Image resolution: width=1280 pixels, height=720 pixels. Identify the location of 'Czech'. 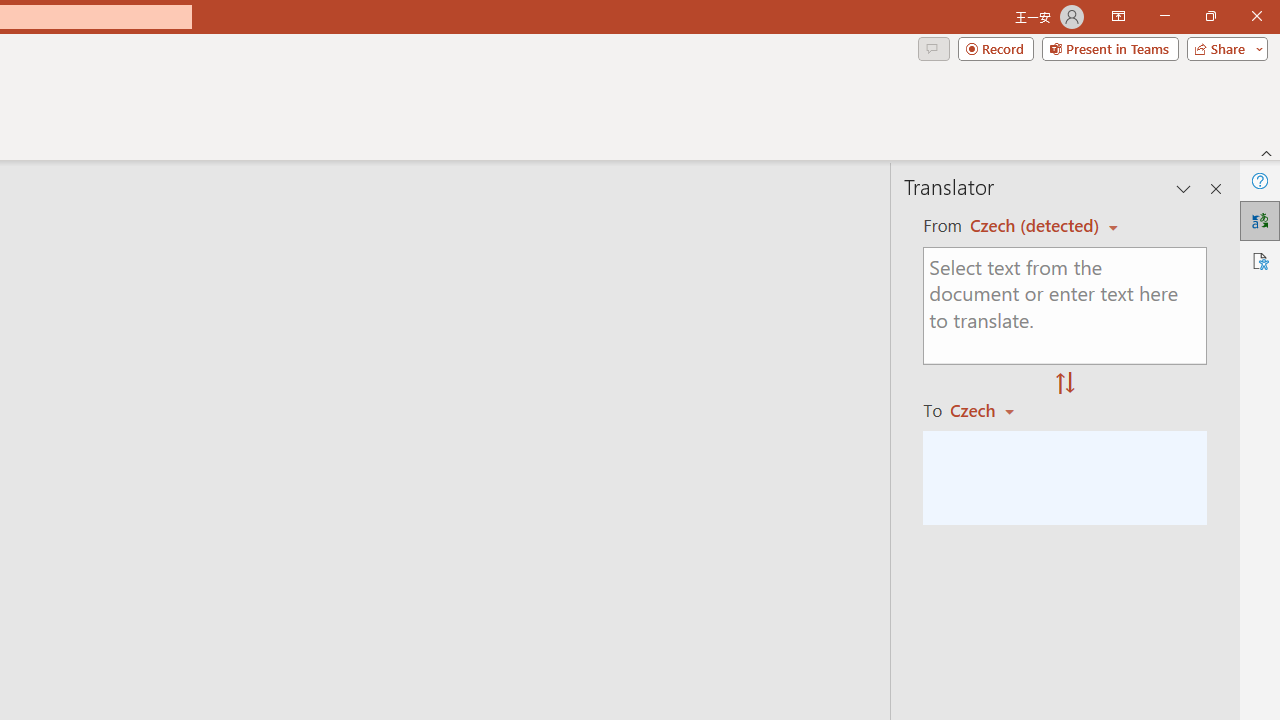
(991, 409).